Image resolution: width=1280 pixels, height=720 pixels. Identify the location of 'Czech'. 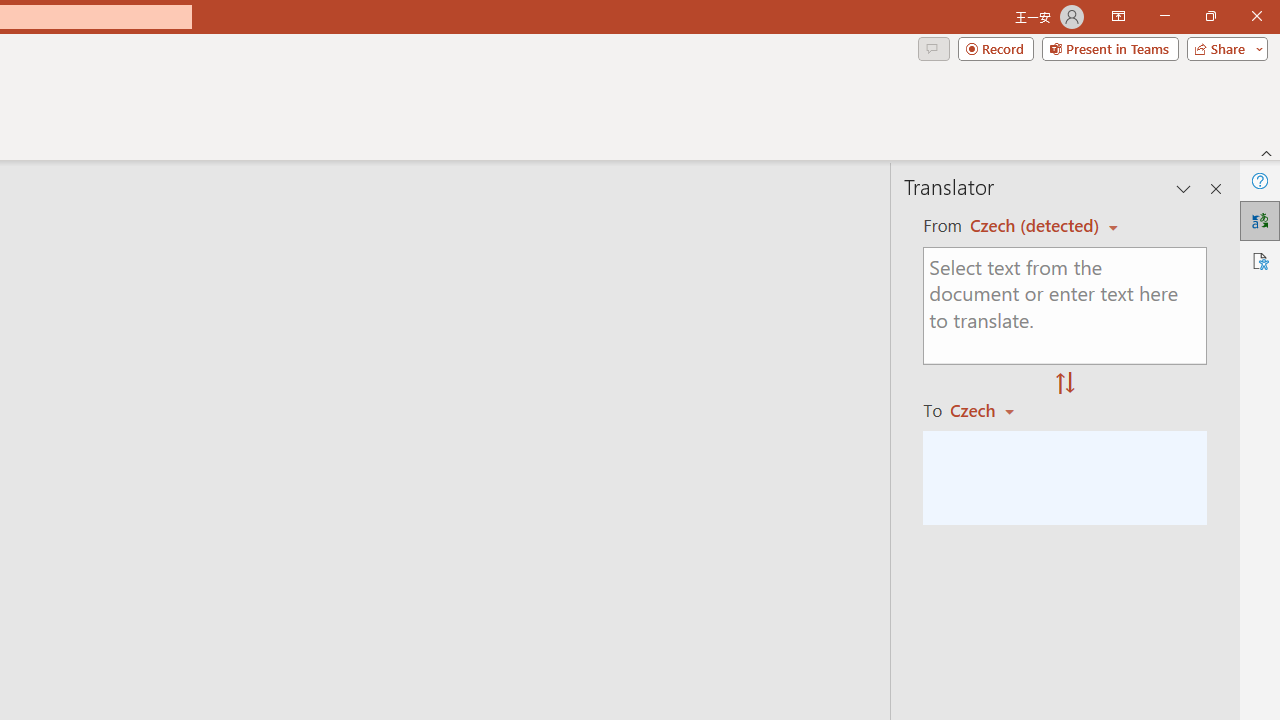
(991, 409).